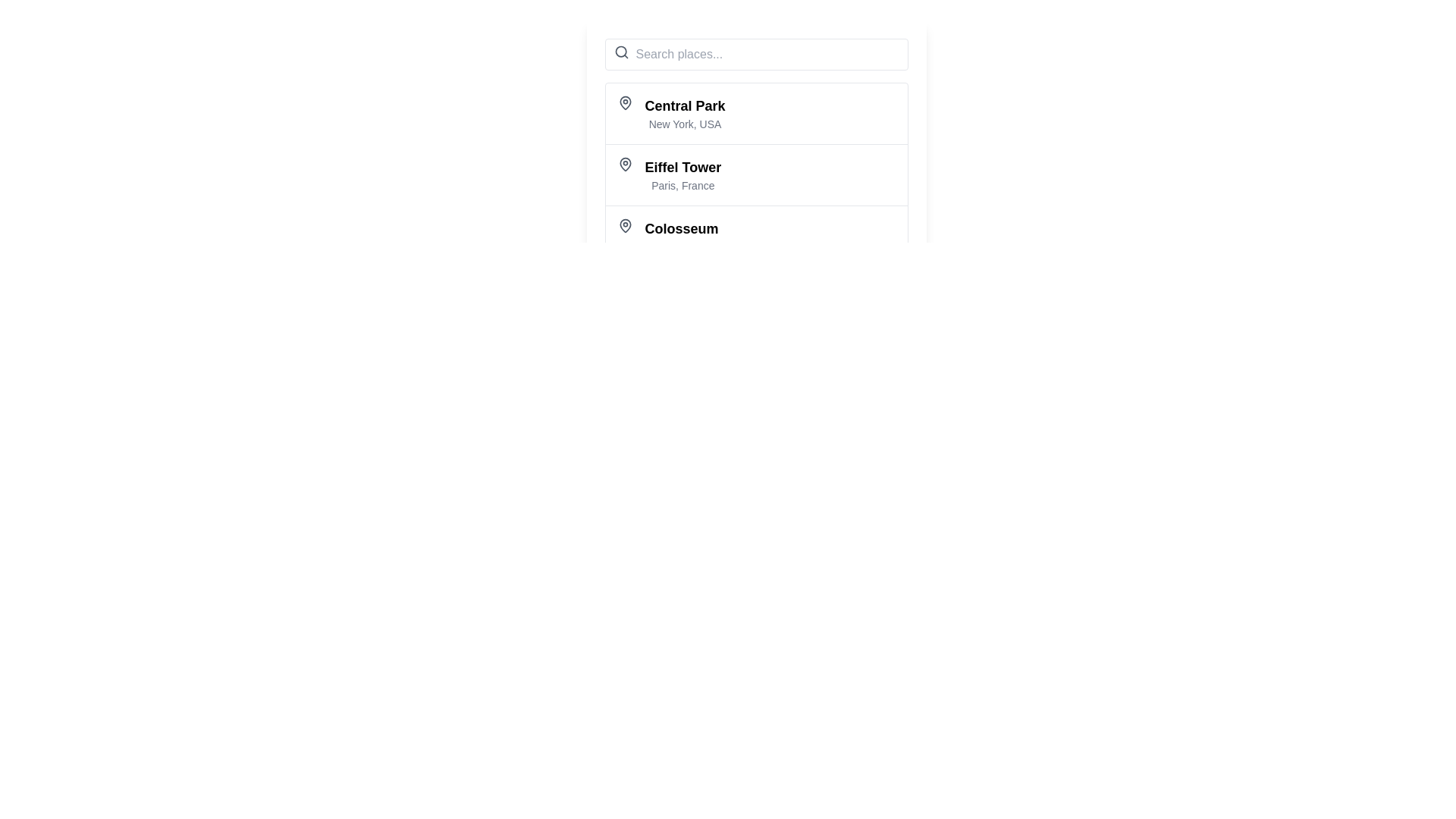  What do you see at coordinates (756, 174) in the screenshot?
I see `the second selectable list item representing the Eiffel Tower` at bounding box center [756, 174].